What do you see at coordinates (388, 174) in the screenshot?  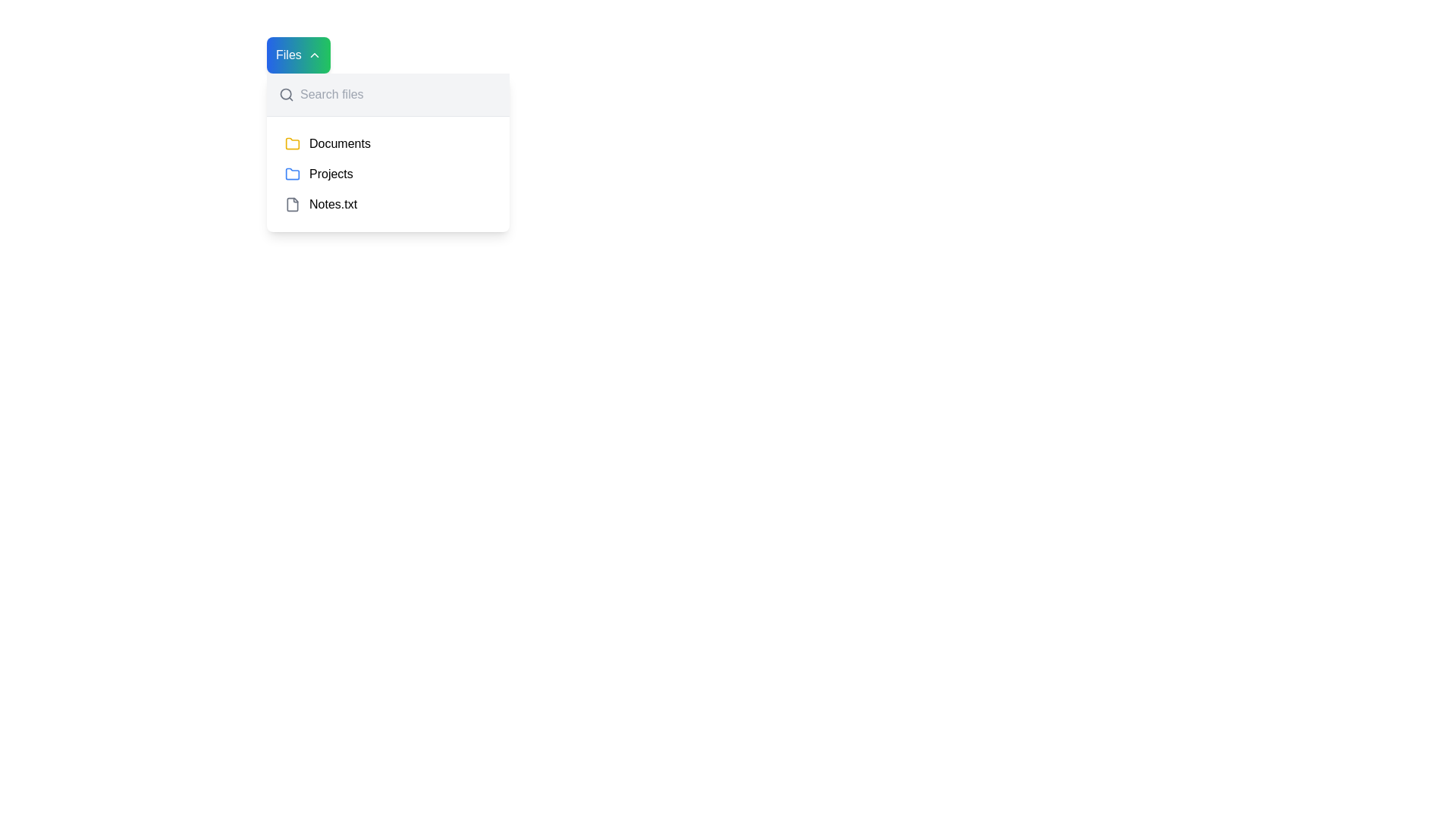 I see `the second list item in the menu labeled 'Projects'` at bounding box center [388, 174].